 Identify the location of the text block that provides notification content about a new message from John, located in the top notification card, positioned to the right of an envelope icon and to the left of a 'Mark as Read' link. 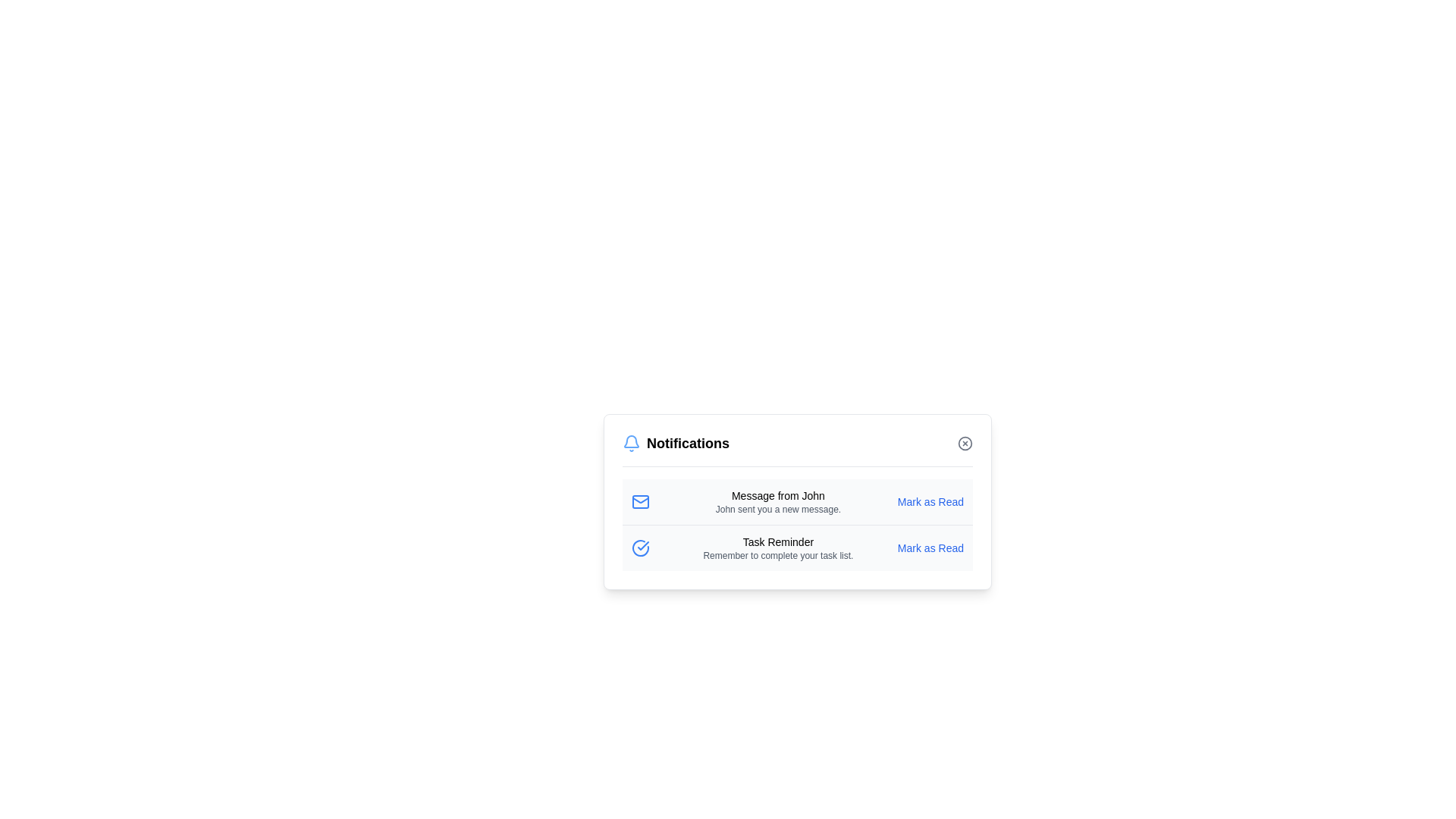
(778, 502).